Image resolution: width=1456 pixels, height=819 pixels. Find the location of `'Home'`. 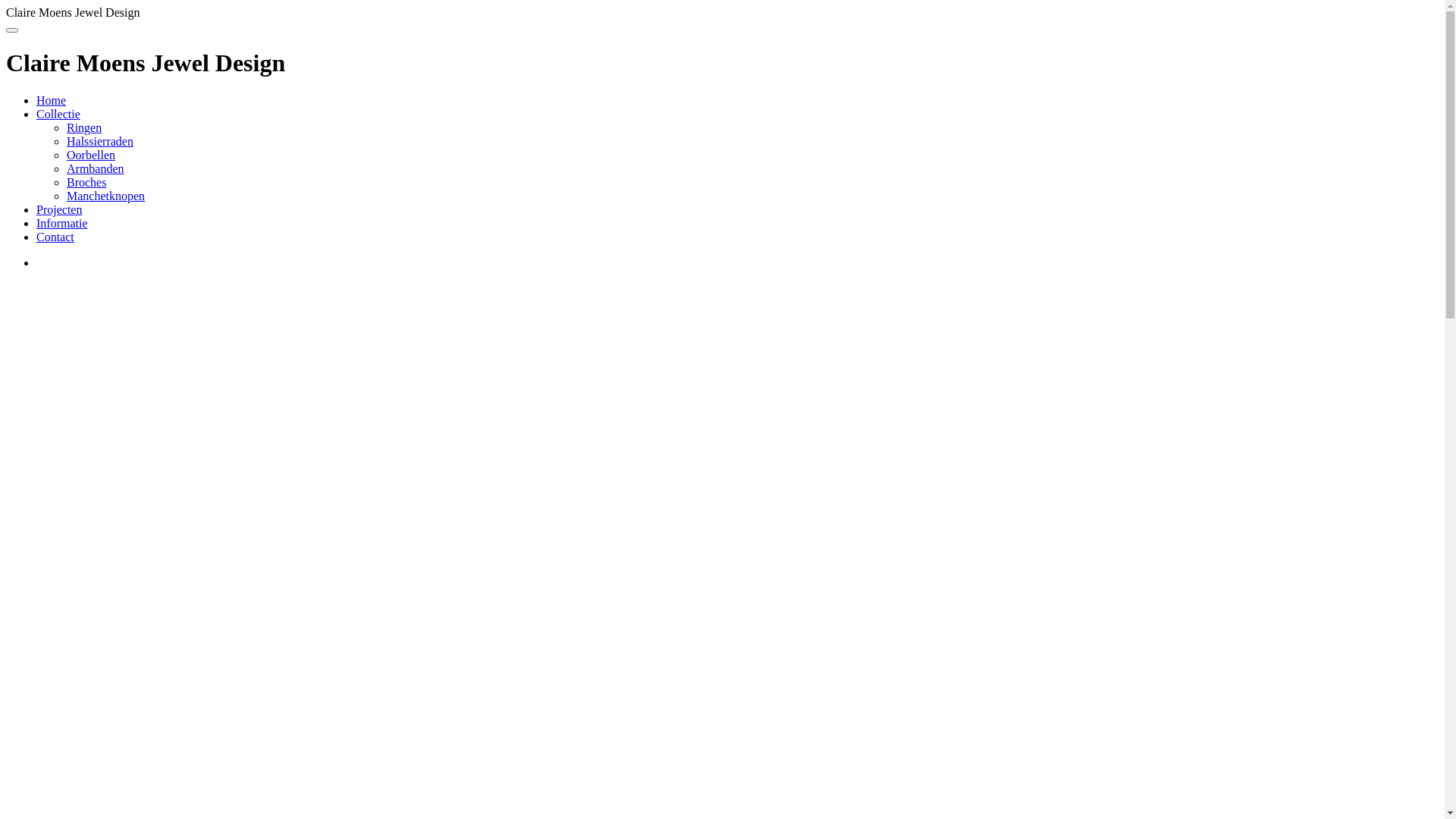

'Home' is located at coordinates (51, 100).